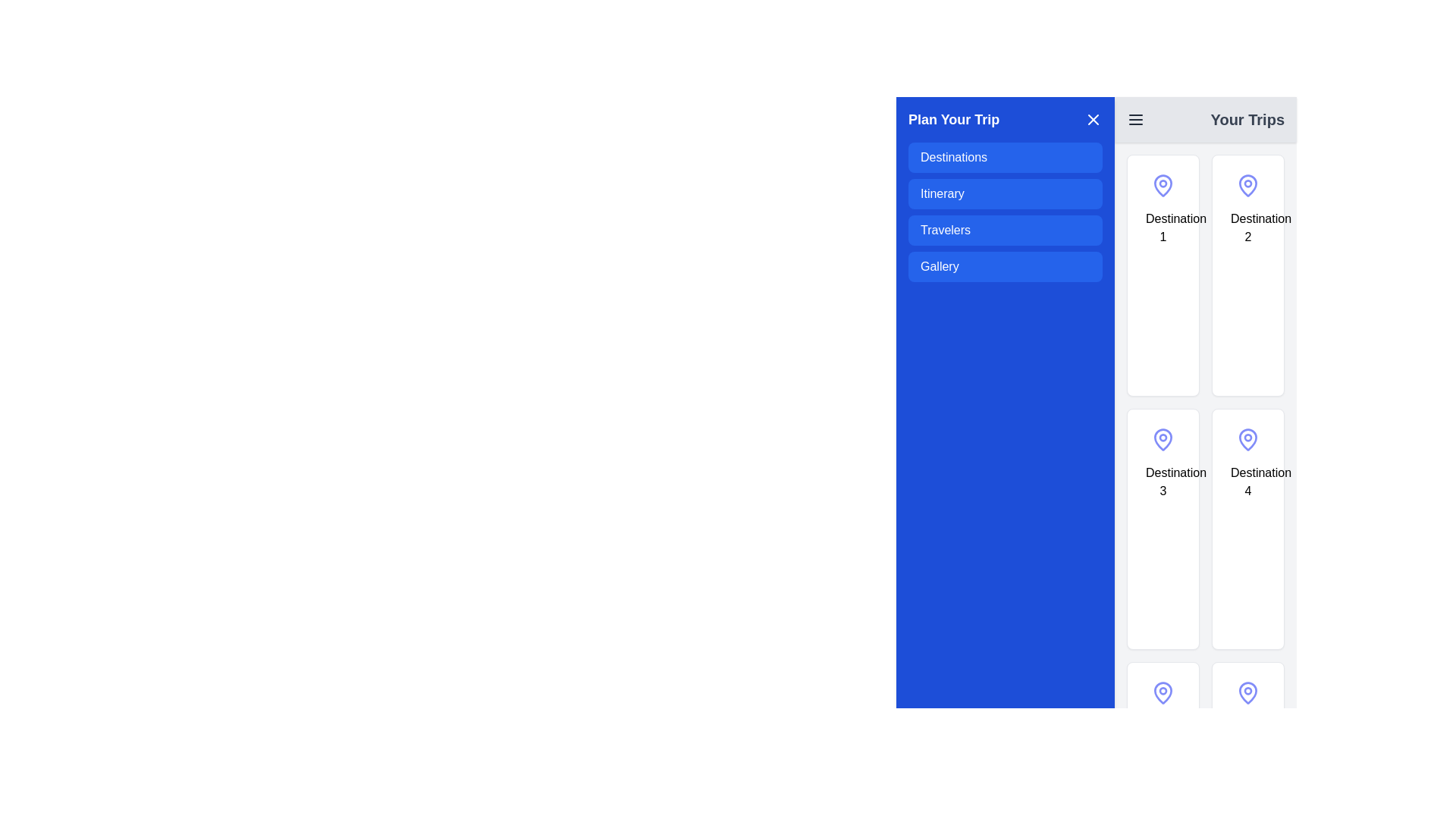  What do you see at coordinates (953, 119) in the screenshot?
I see `the 'Plan Your Trip' text label, which is a bold, large-sized white font on a blue background located at the top of a vertical menu layout` at bounding box center [953, 119].